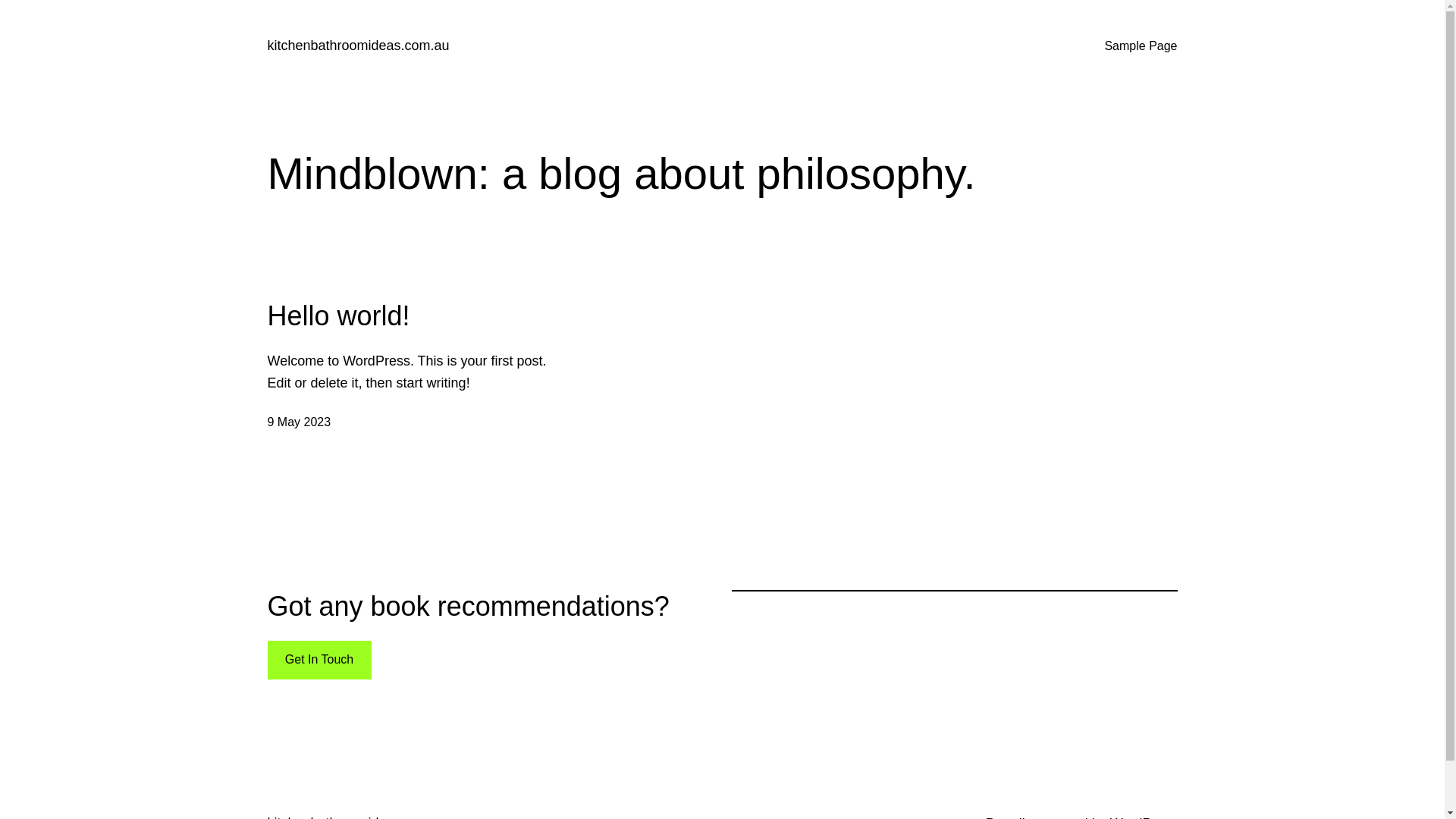 This screenshot has width=1456, height=819. I want to click on 'kitchenbathroomideas.com.au', so click(356, 45).